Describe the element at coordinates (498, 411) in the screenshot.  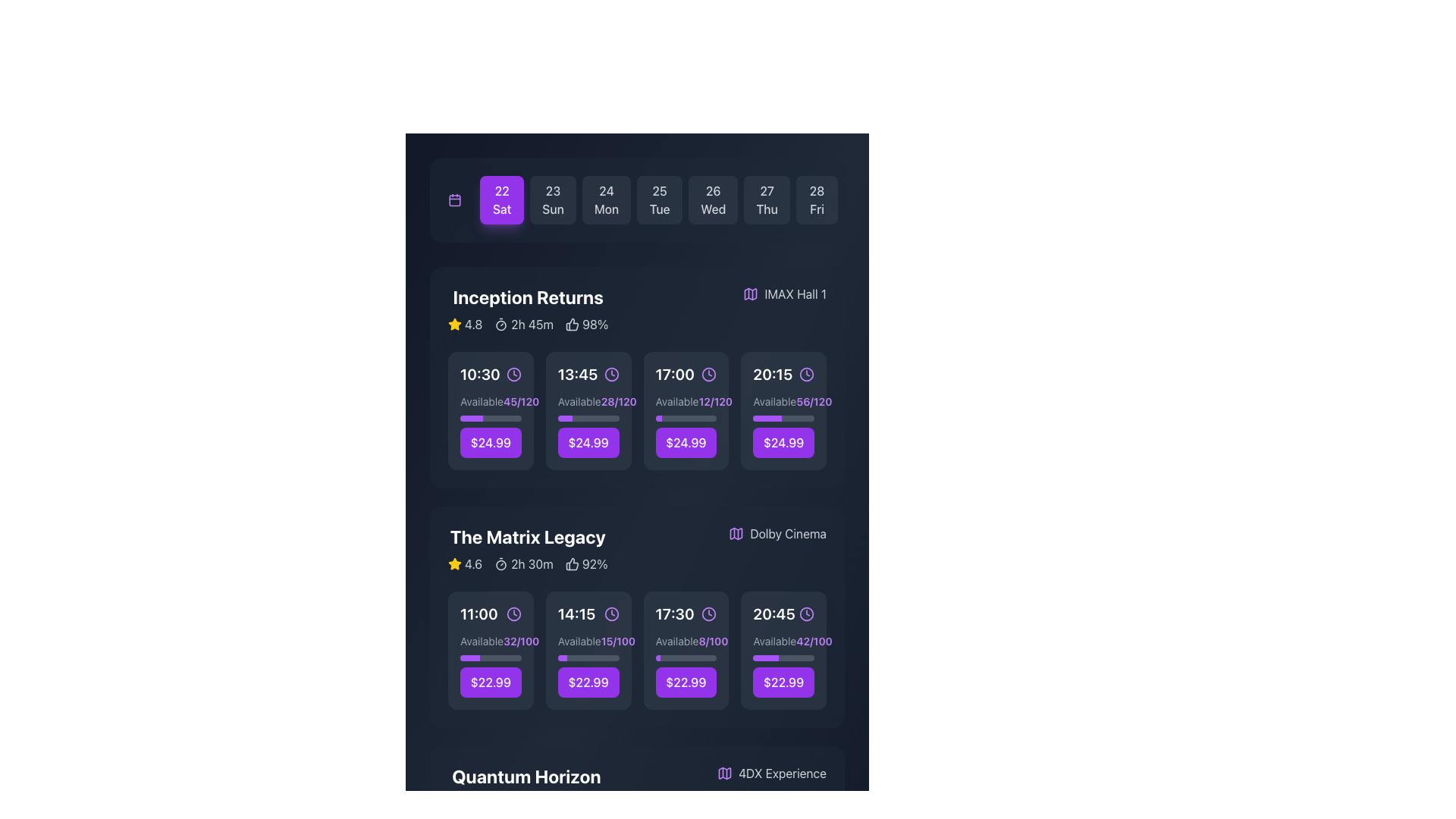
I see `the seat selection button located in the top section of the interface` at that location.